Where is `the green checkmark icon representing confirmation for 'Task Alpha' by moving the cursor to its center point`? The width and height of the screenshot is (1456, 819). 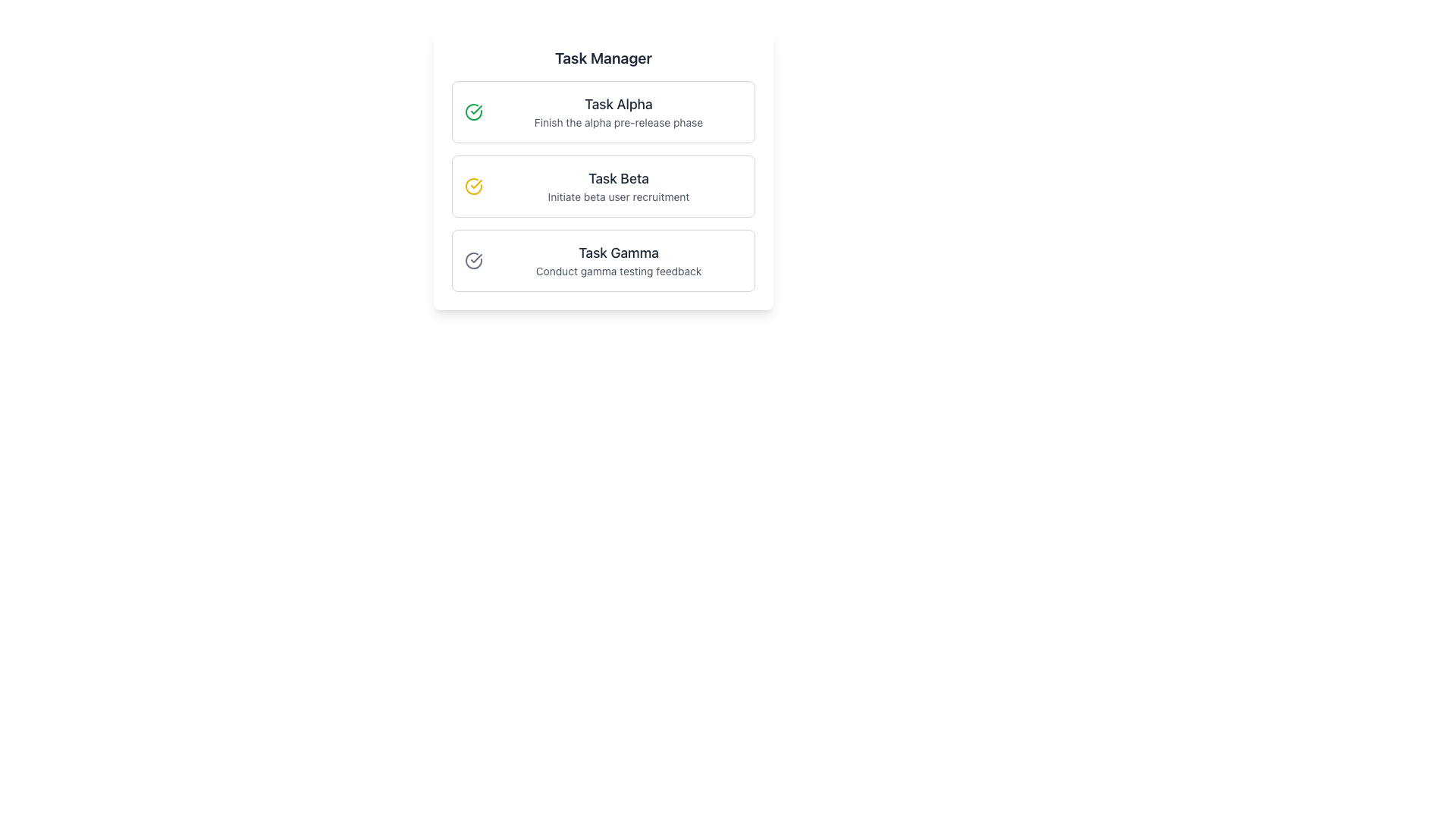
the green checkmark icon representing confirmation for 'Task Alpha' by moving the cursor to its center point is located at coordinates (472, 111).